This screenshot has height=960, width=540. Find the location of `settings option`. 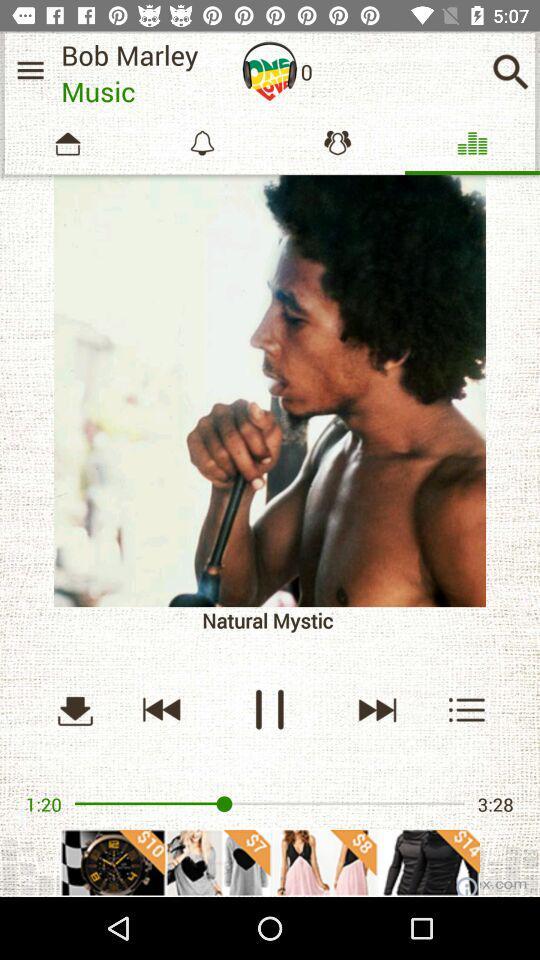

settings option is located at coordinates (29, 70).